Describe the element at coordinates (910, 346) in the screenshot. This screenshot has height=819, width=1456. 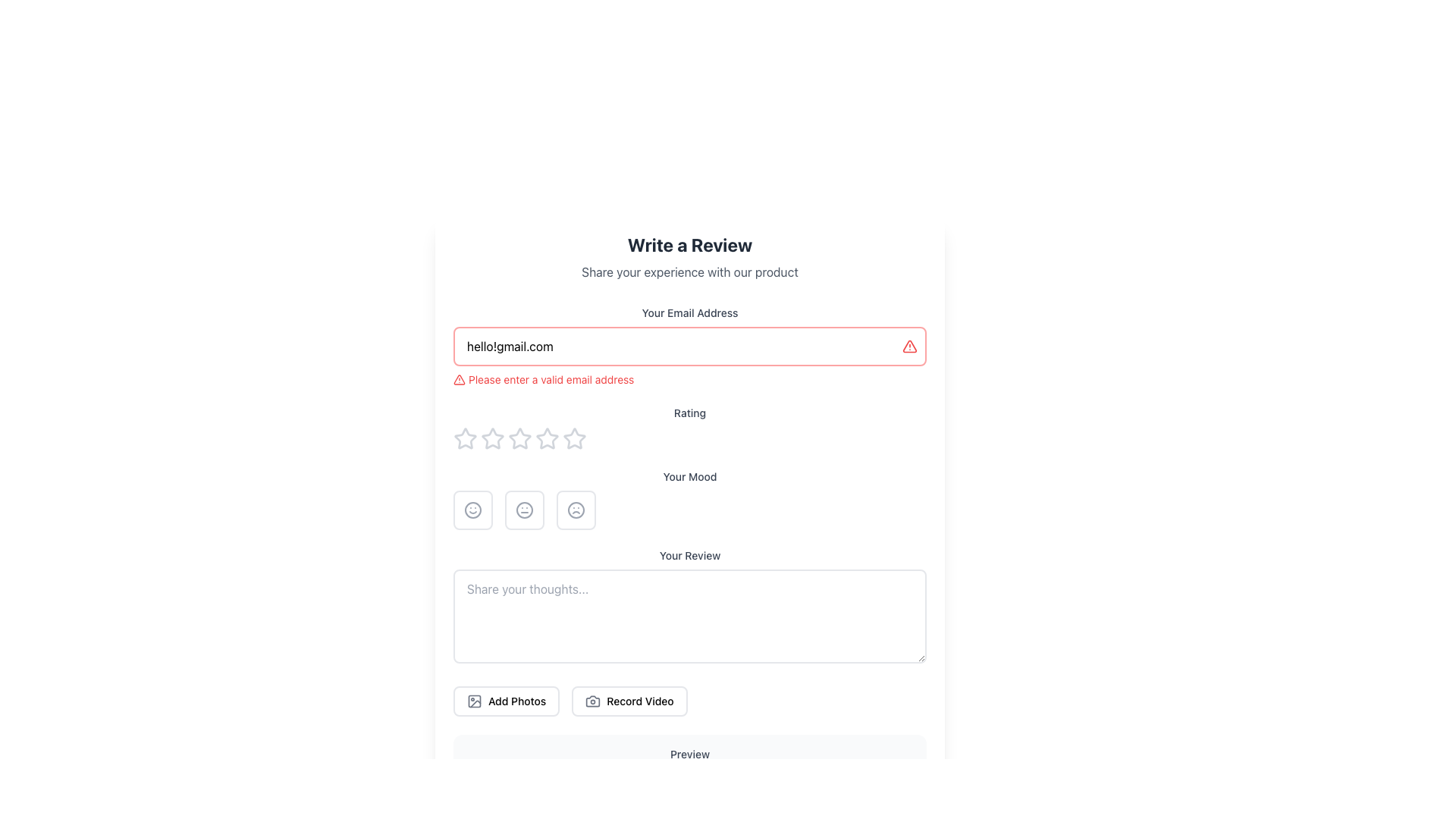
I see `the error alert icon located below the email input box, which indicates an error related to the user's input, specifically for validating the email address` at that location.